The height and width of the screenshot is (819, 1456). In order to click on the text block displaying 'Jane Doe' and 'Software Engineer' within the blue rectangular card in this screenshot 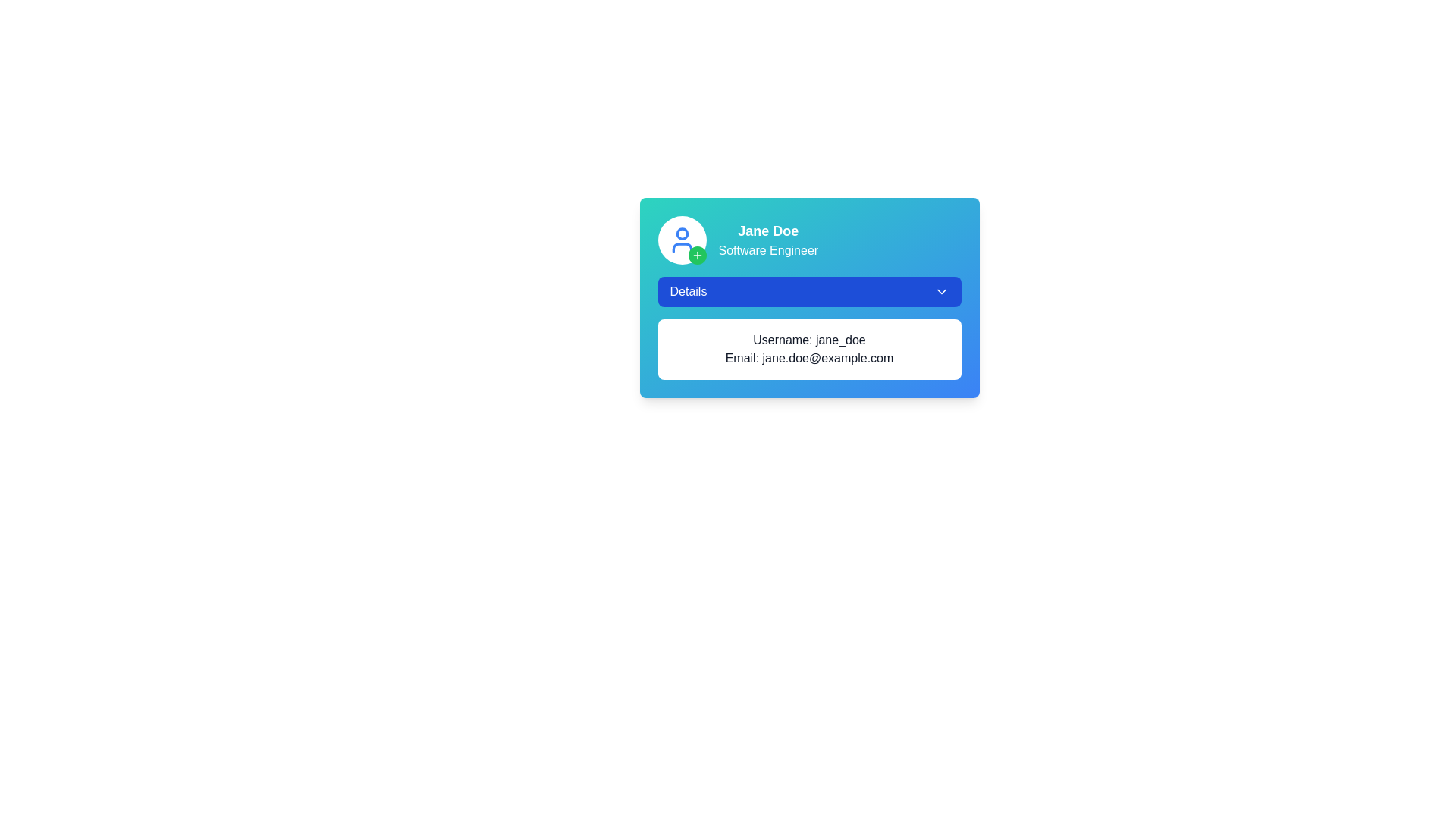, I will do `click(768, 239)`.